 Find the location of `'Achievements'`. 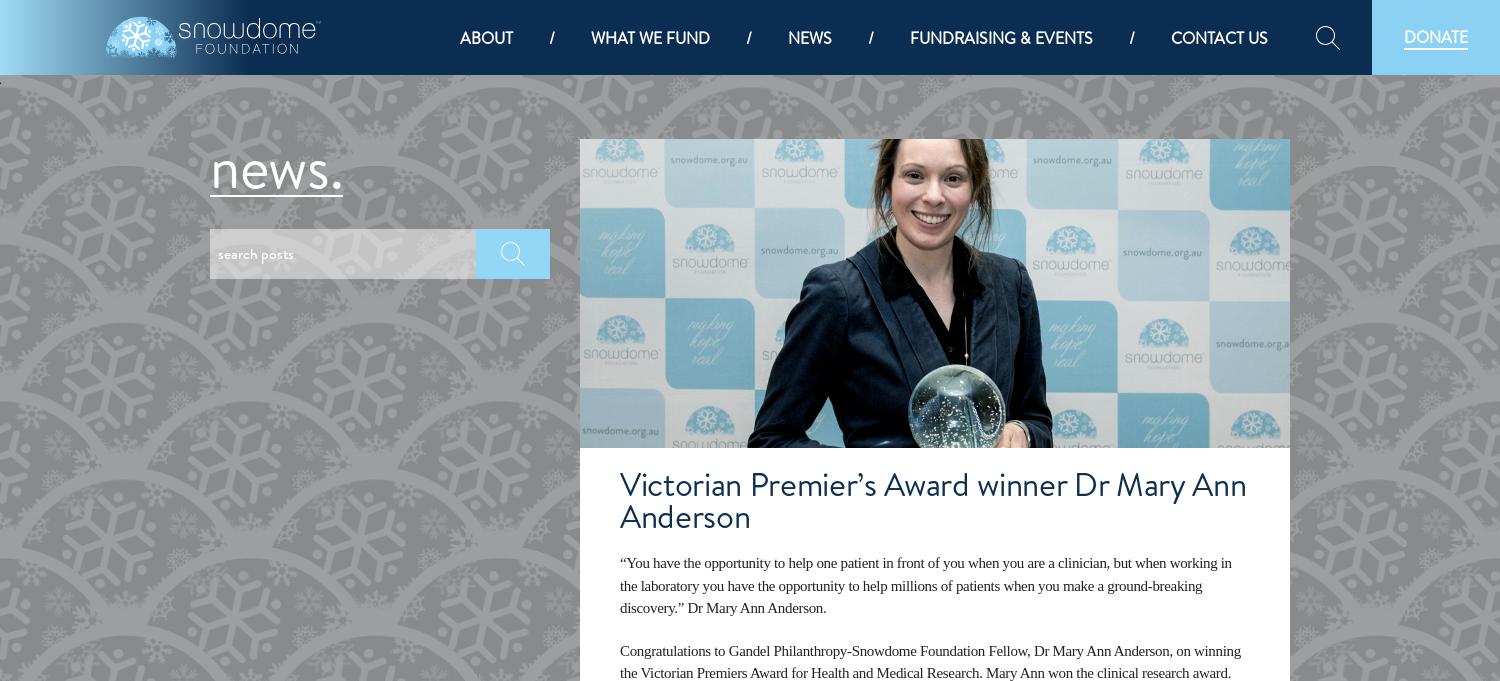

'Achievements' is located at coordinates (523, 308).